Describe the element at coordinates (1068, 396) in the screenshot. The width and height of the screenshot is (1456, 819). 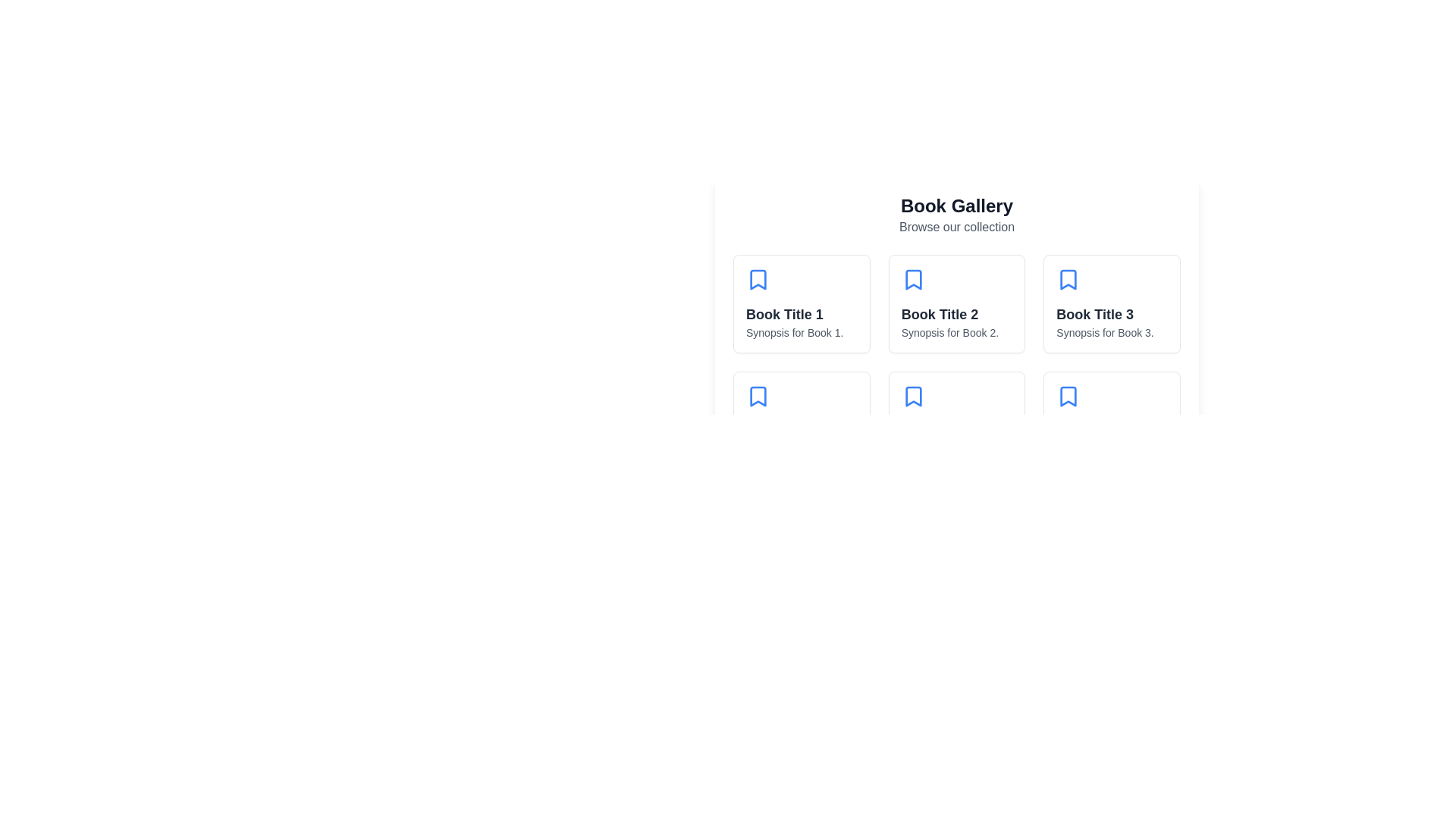
I see `the bookmark icon located at the top-left corner of the card for 'Book Title 6', which is positioned in the bottom row of the grid layout` at that location.